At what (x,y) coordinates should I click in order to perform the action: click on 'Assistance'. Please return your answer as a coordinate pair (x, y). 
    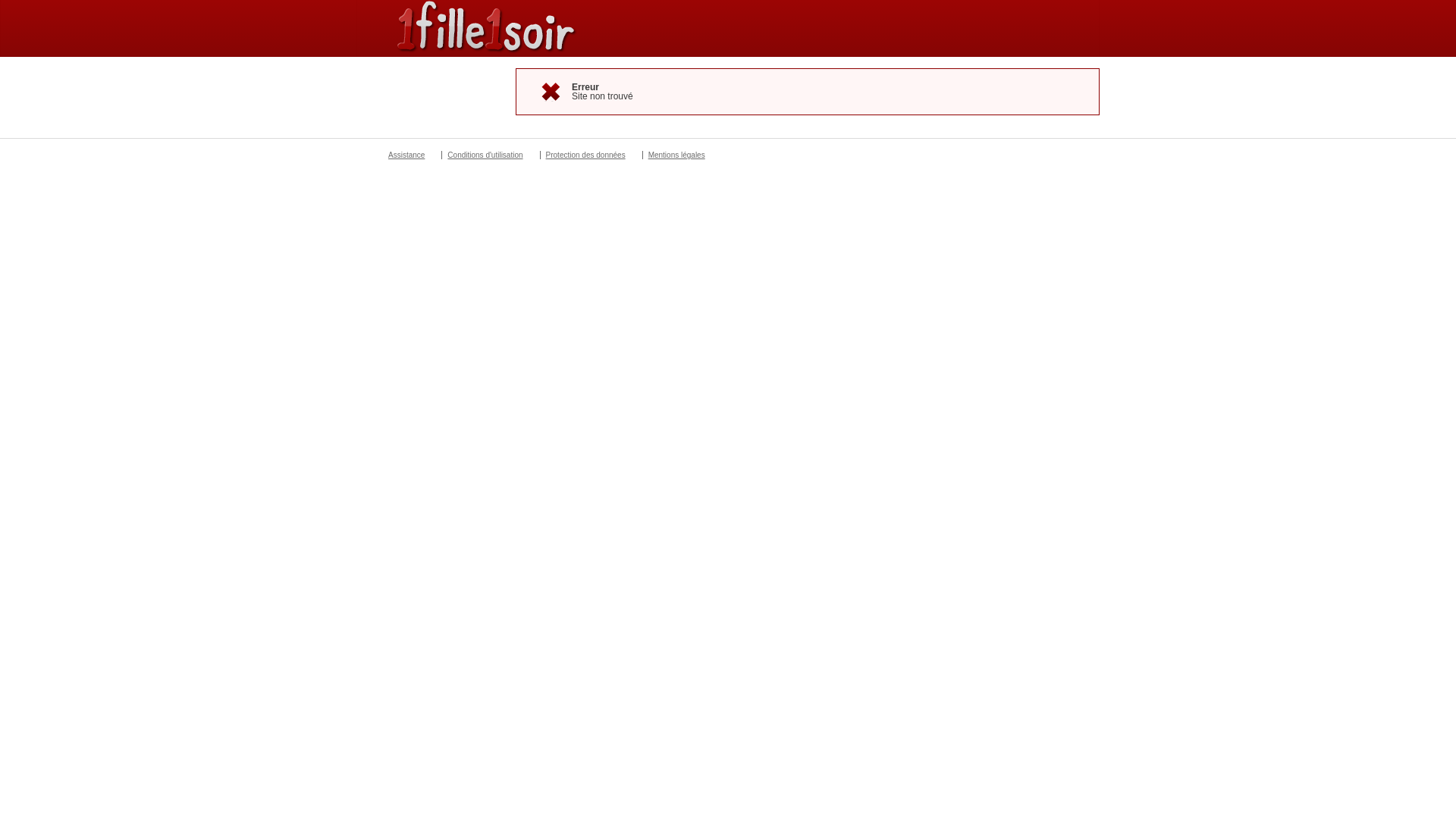
    Looking at the image, I should click on (406, 155).